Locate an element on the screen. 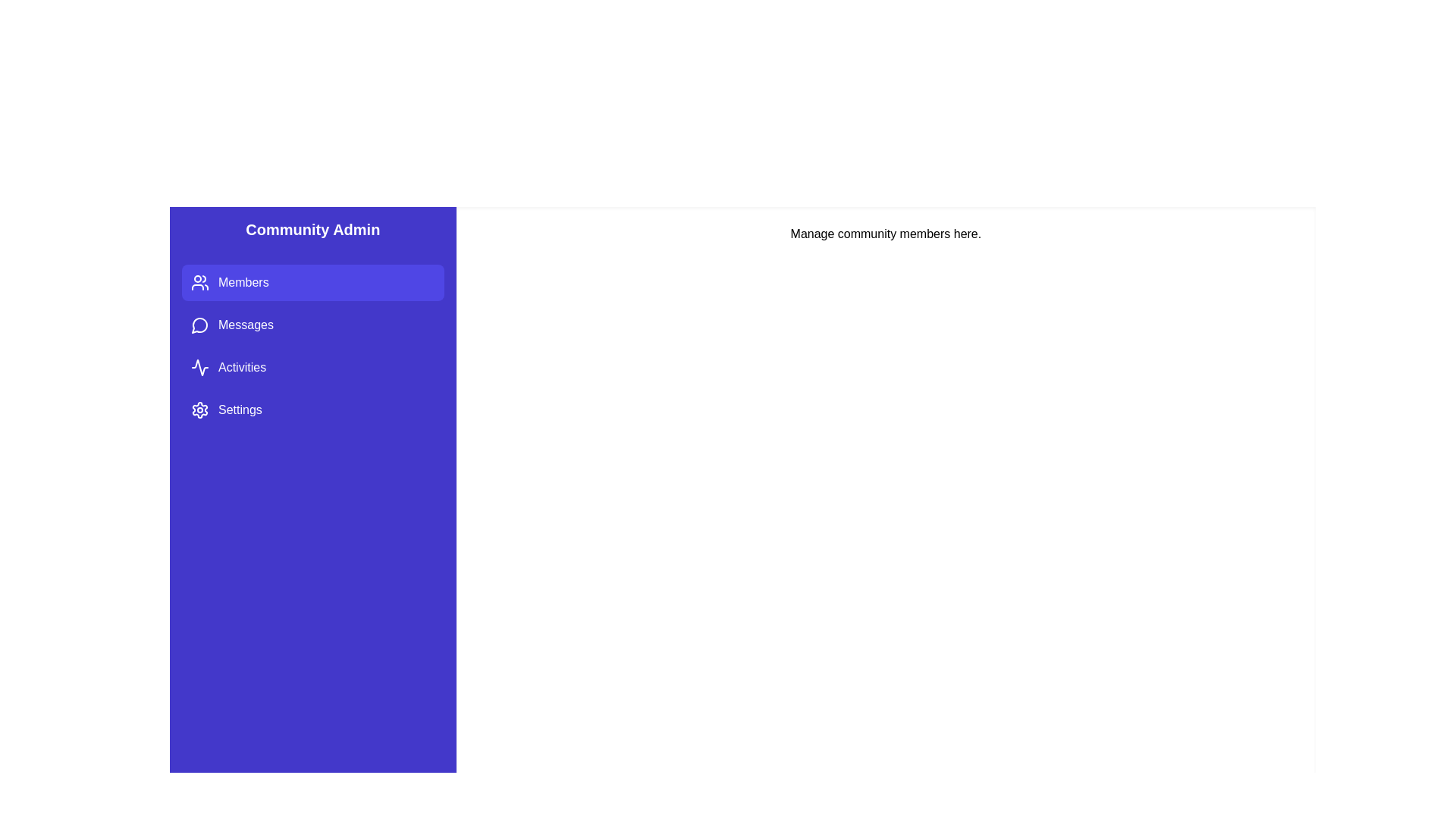 The width and height of the screenshot is (1456, 819). the 'Activities' button located is located at coordinates (312, 368).